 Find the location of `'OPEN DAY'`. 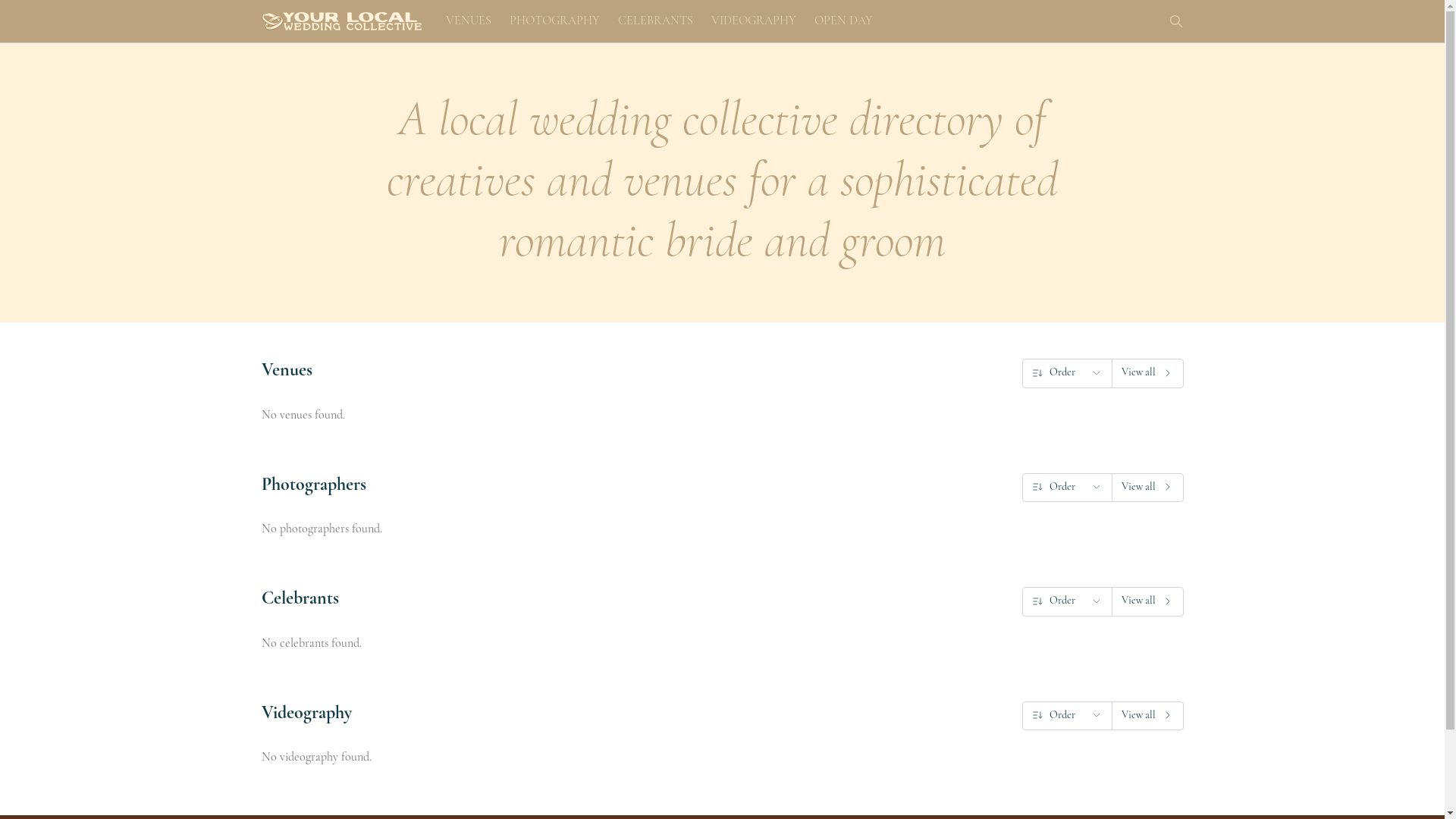

'OPEN DAY' is located at coordinates (843, 20).